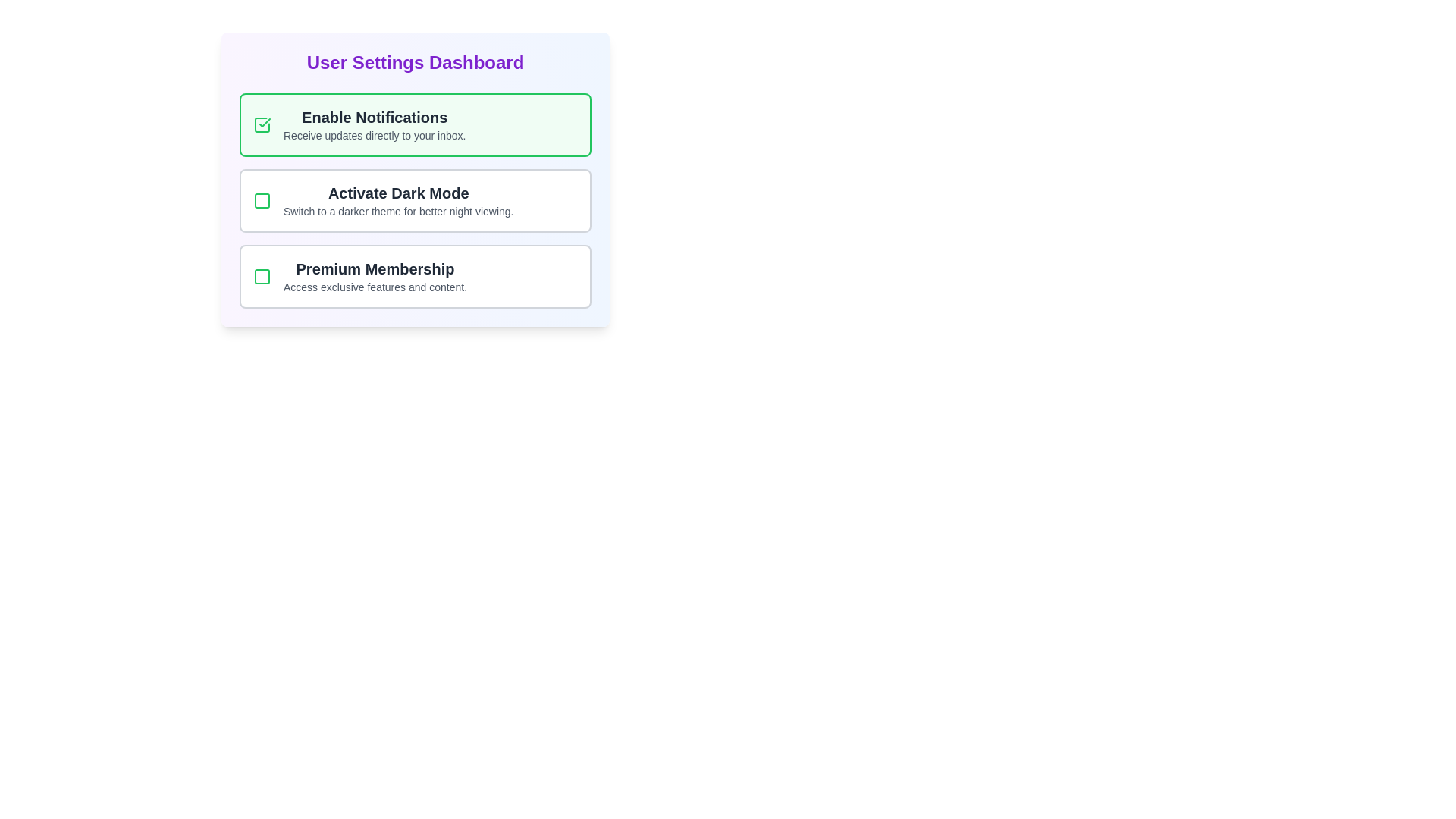 This screenshot has height=819, width=1456. I want to click on the static text block that says 'Receive updates directly to your inbox.', which is positioned below the title 'Enable Notifications', so click(375, 134).